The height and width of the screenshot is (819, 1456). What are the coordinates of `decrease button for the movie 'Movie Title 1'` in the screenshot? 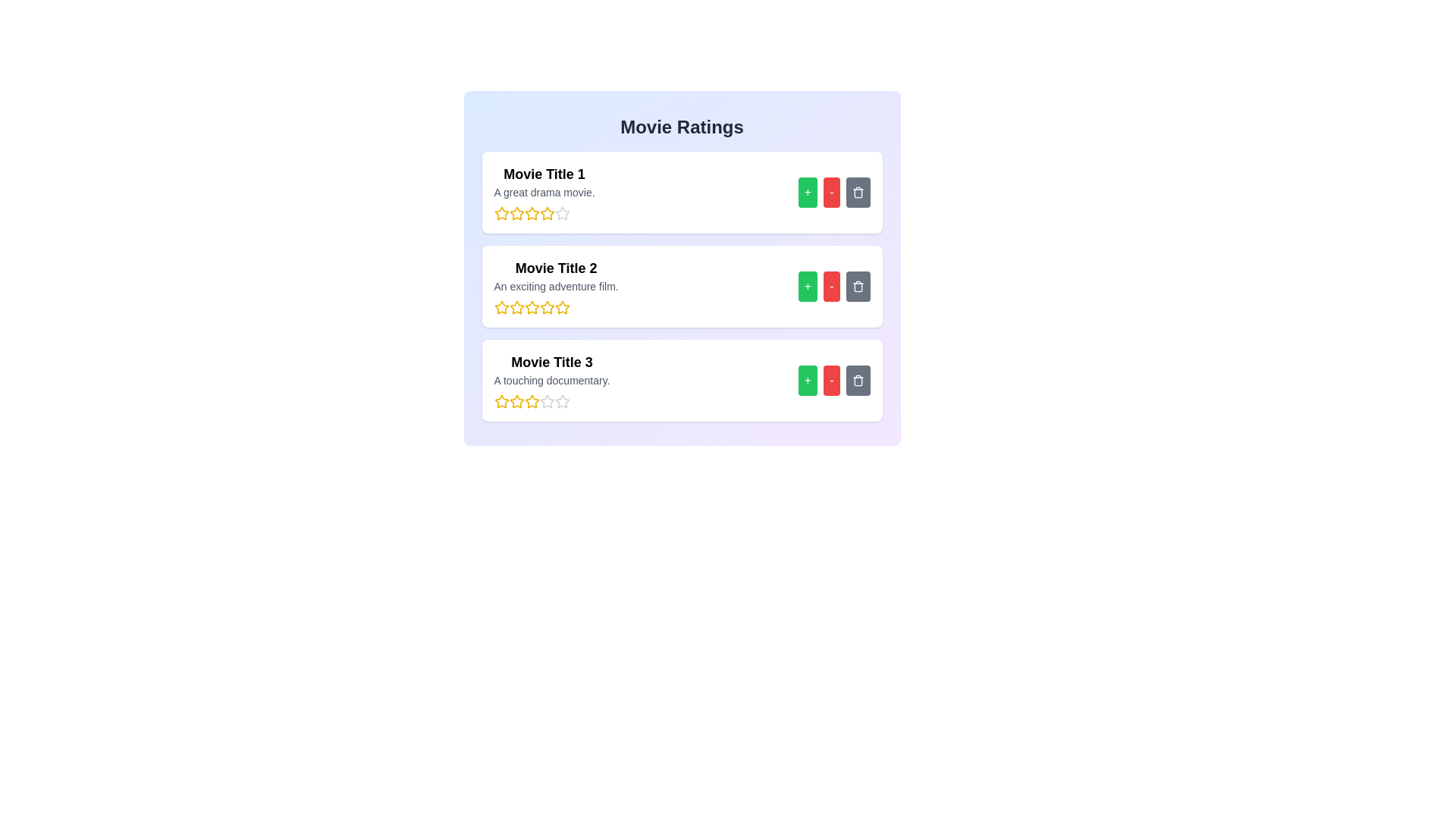 It's located at (830, 192).